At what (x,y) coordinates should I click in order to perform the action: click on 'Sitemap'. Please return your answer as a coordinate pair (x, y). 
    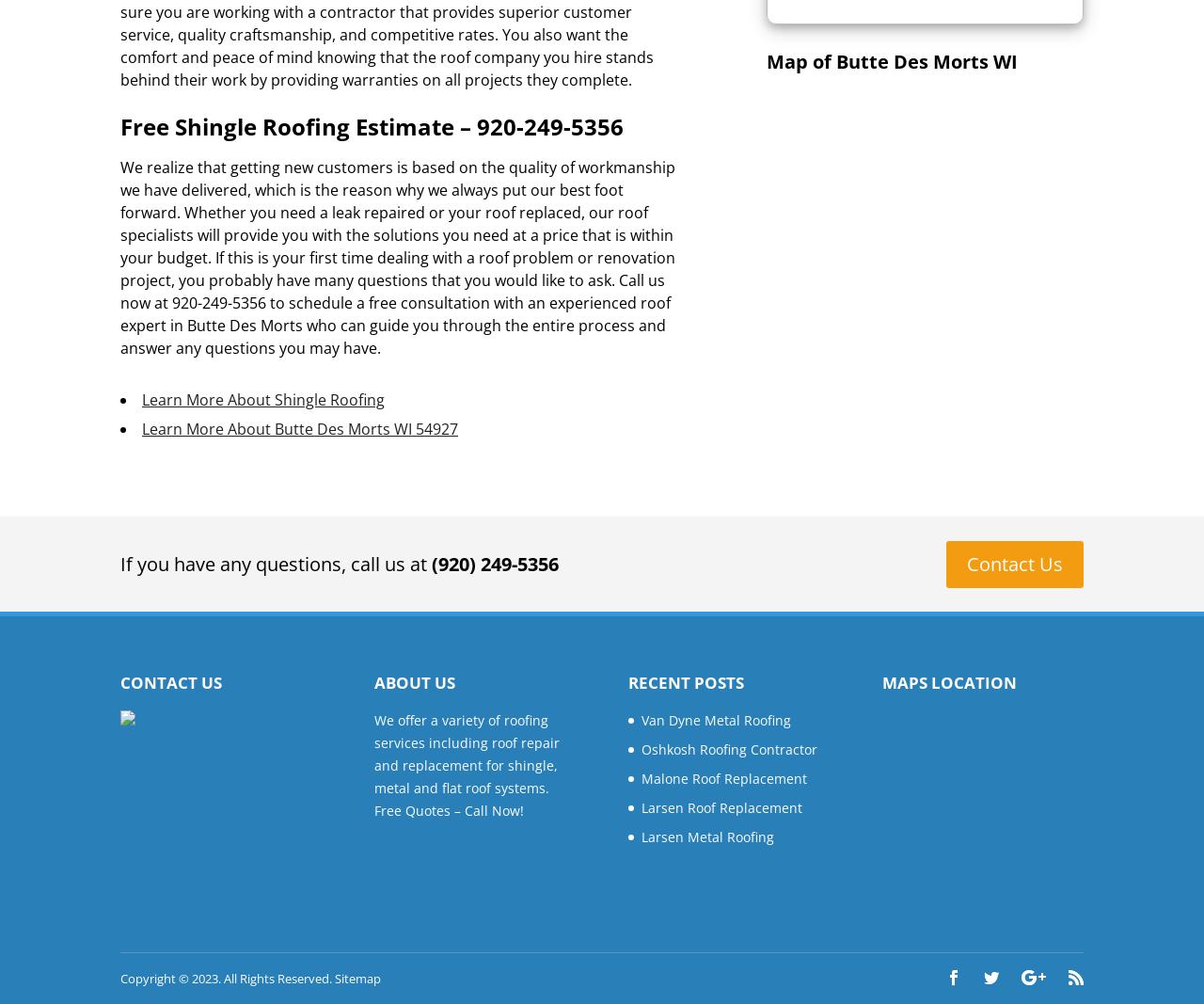
    Looking at the image, I should click on (357, 978).